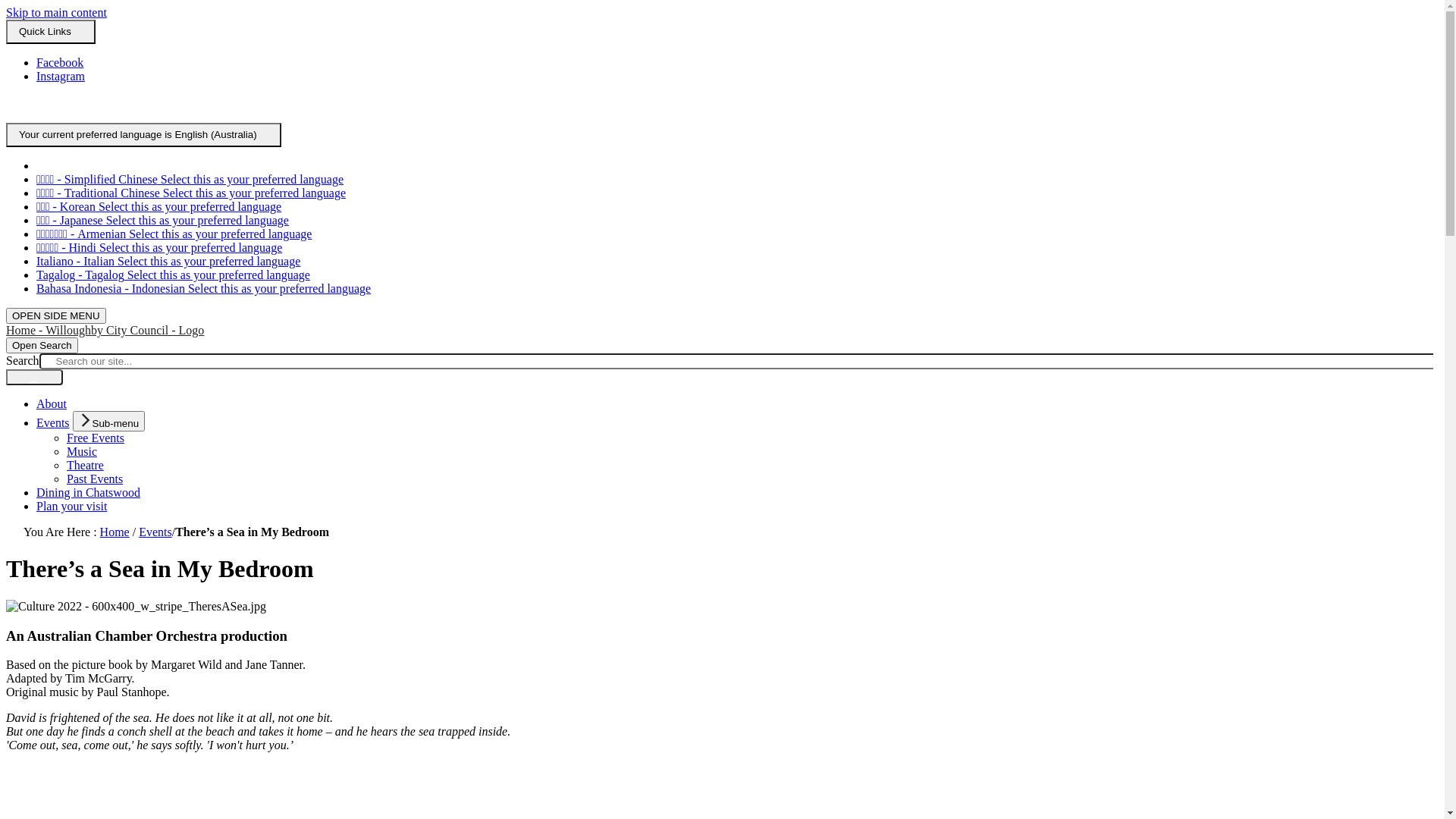 This screenshot has height=819, width=1456. I want to click on 'Home', so click(114, 531).